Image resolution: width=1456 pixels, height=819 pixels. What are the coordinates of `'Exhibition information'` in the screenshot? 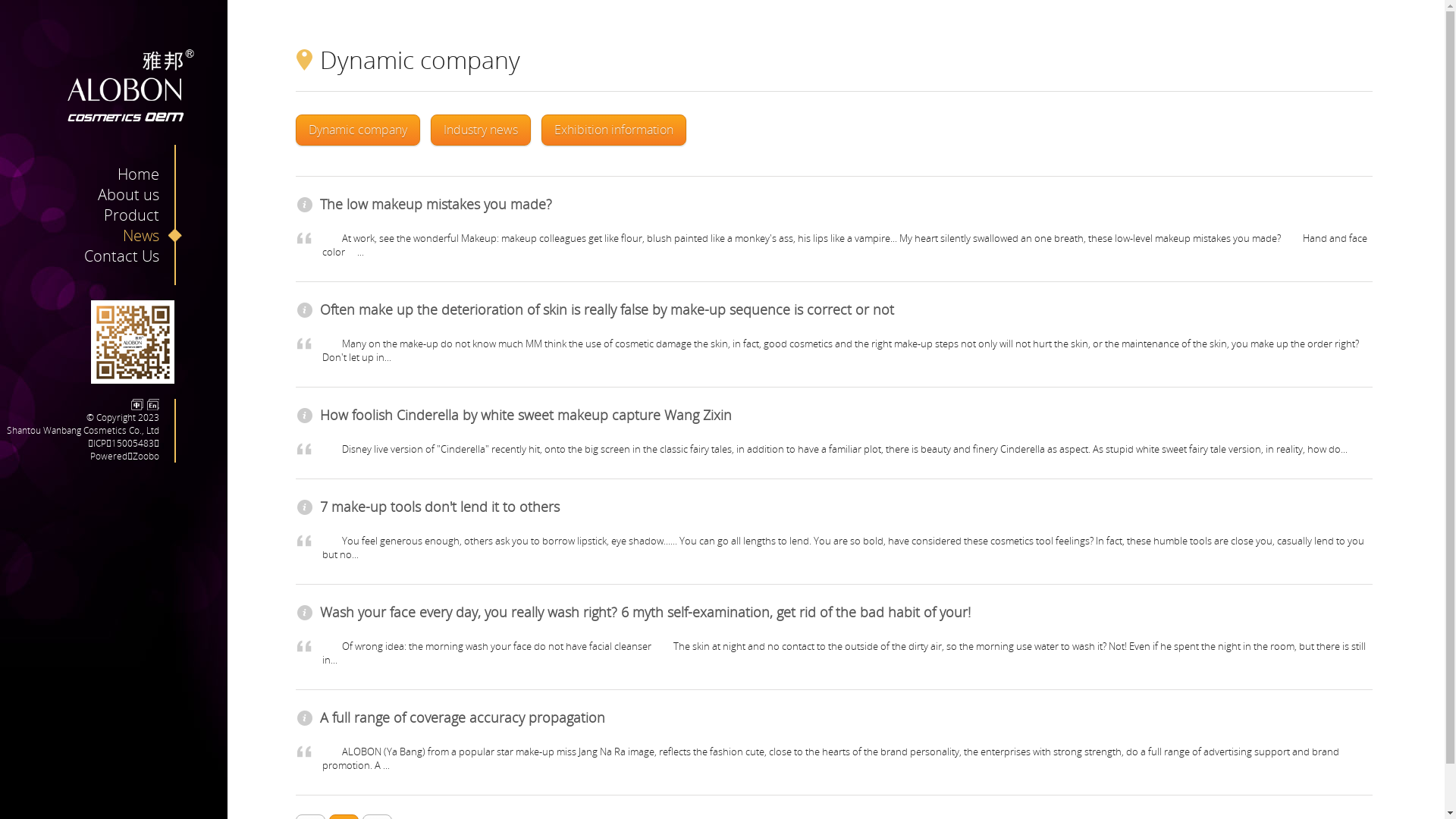 It's located at (613, 129).